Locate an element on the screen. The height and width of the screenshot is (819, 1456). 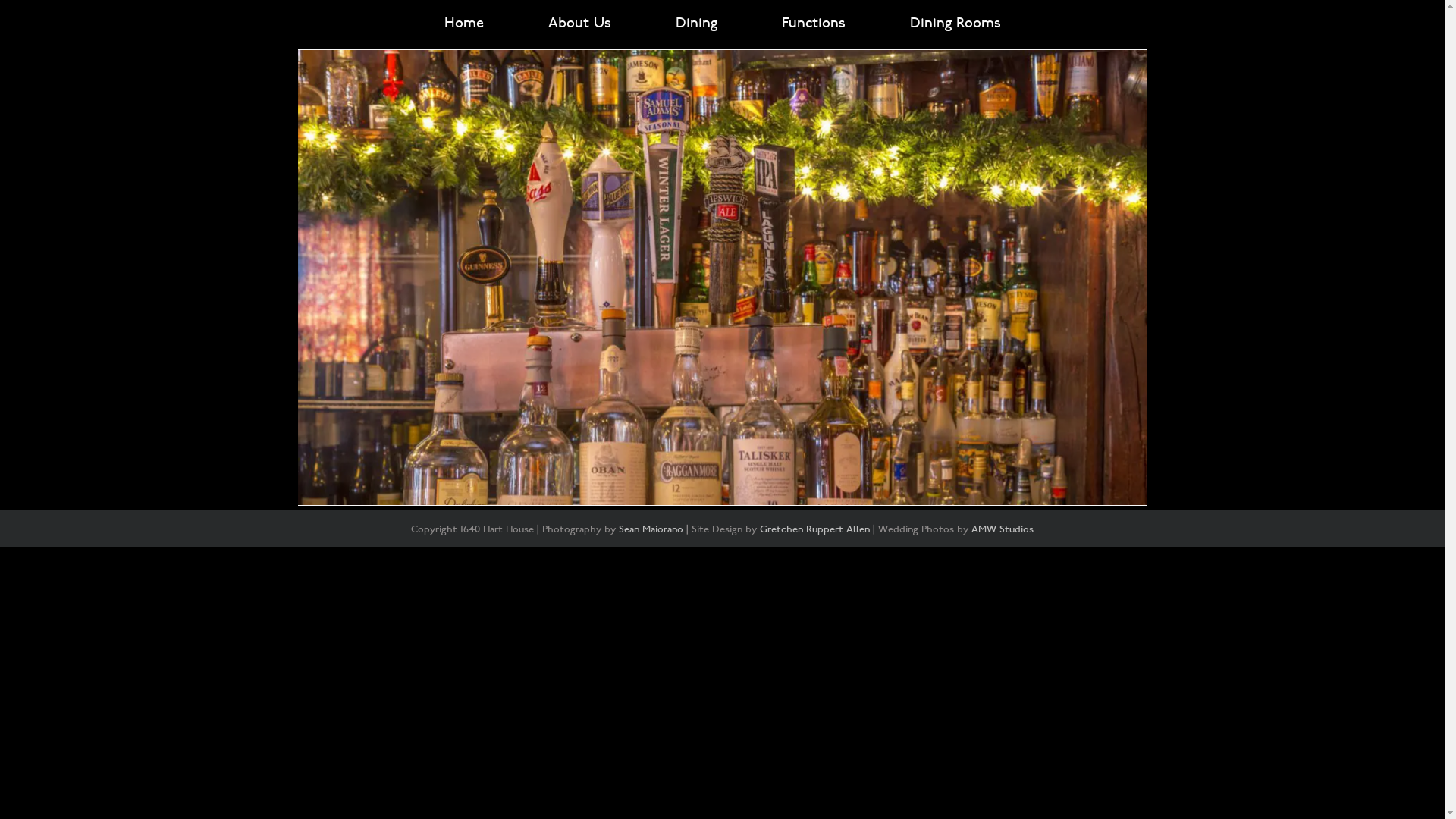
'Dining Rooms' is located at coordinates (954, 23).